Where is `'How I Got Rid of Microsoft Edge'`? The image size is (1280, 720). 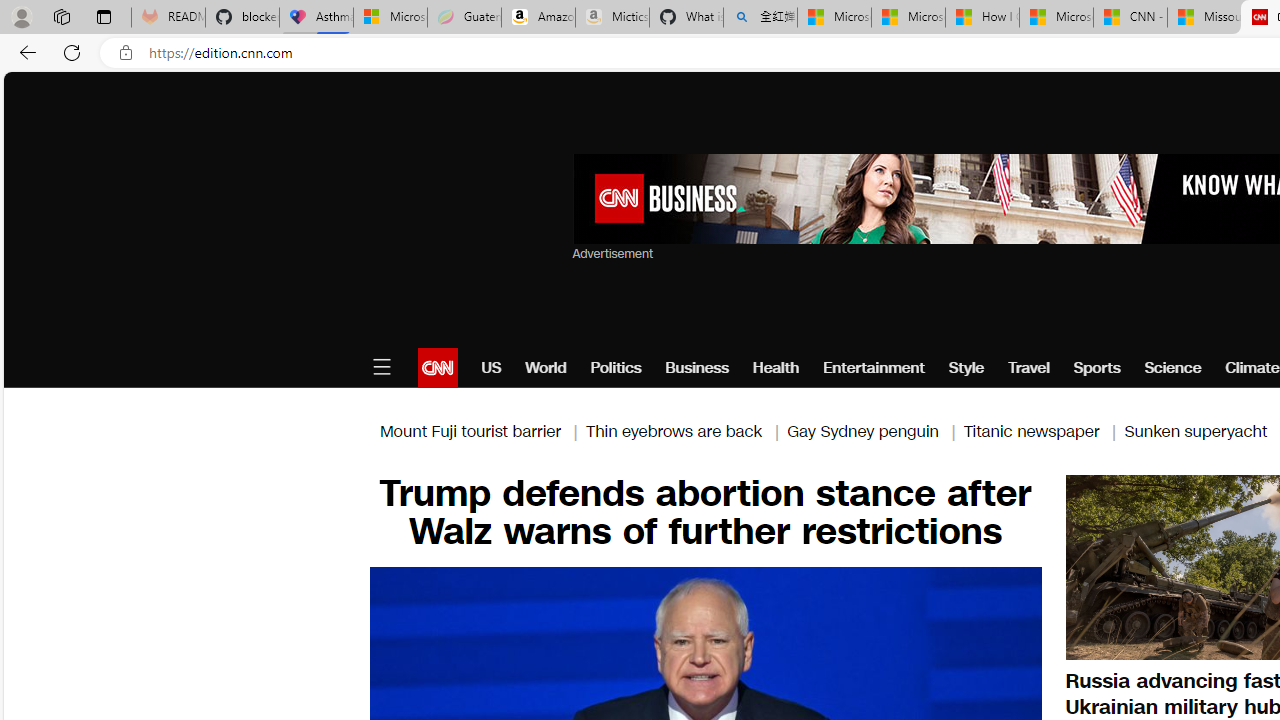
'How I Got Rid of Microsoft Edge' is located at coordinates (982, 17).